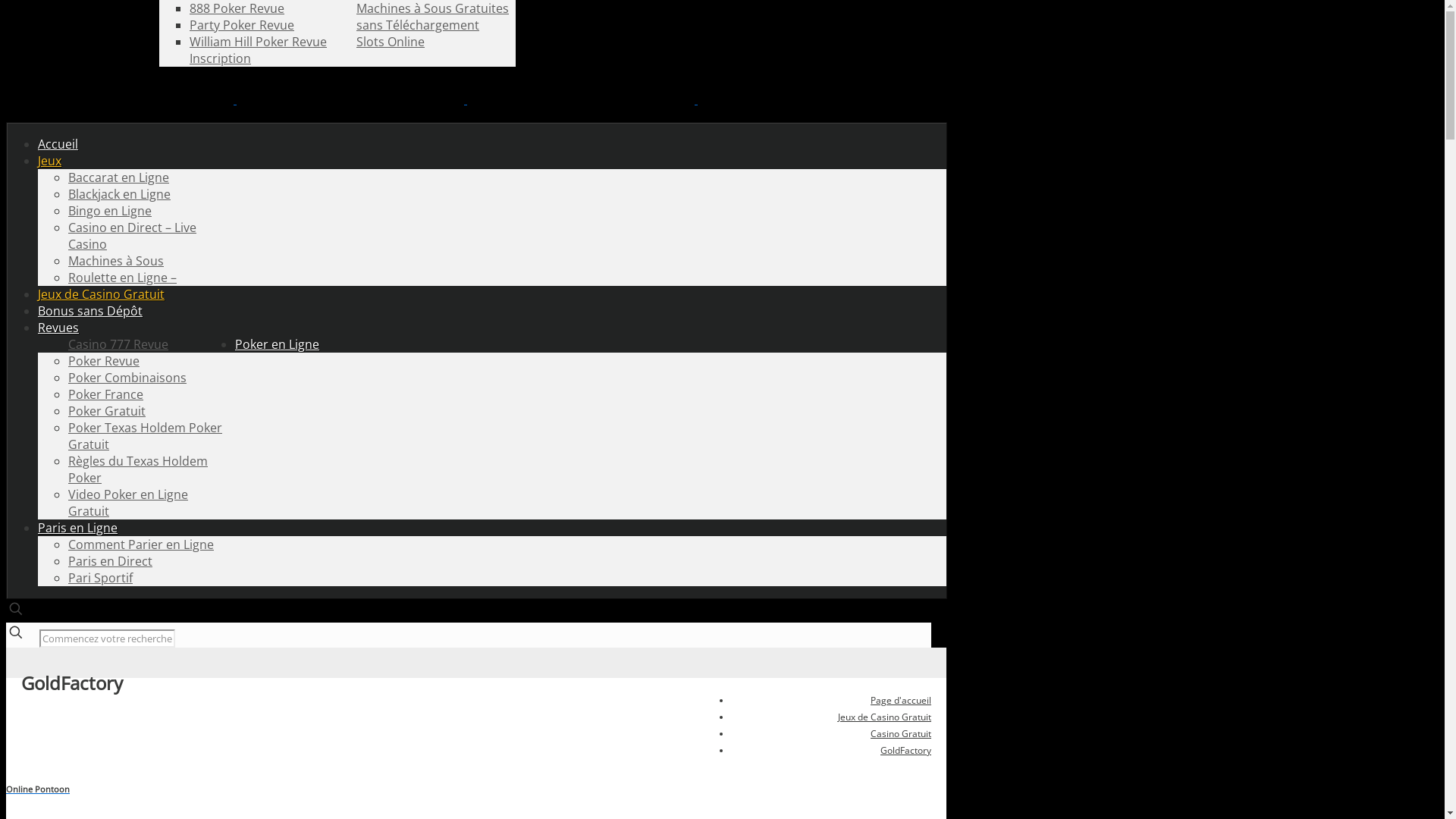 The width and height of the screenshot is (1456, 819). I want to click on 'Slots Online', so click(390, 40).